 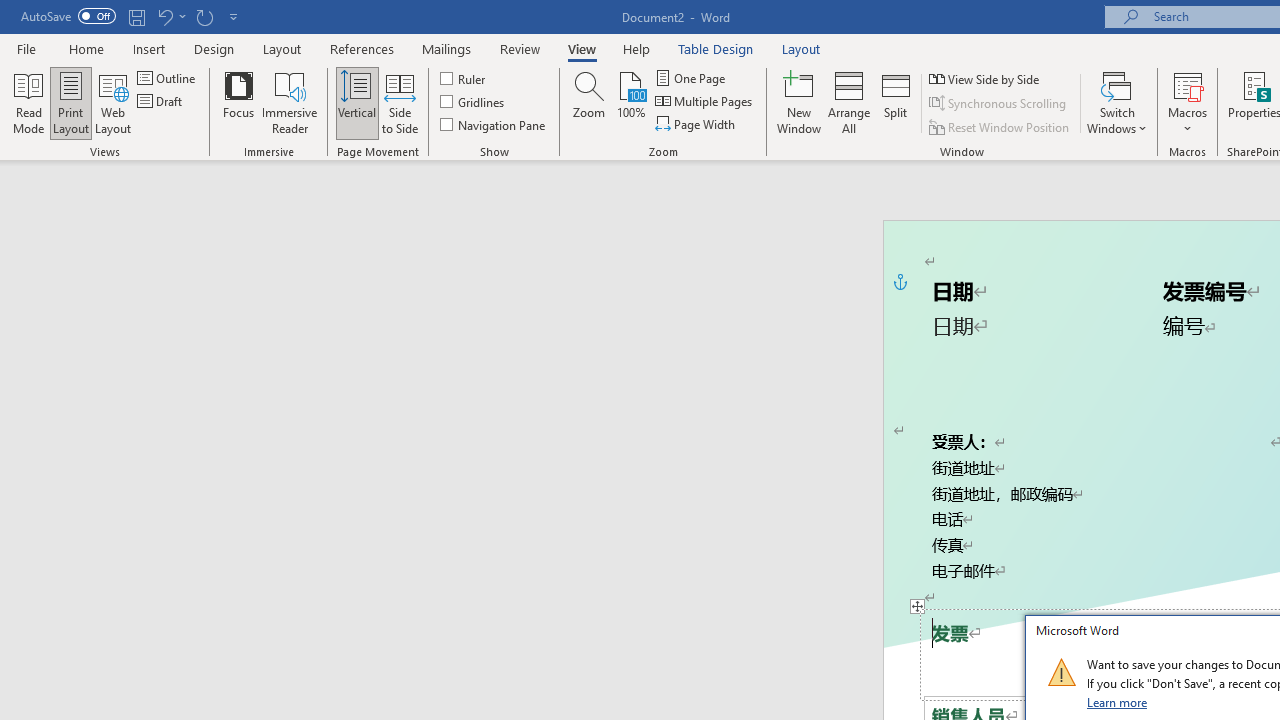 I want to click on 'Side to Side', so click(x=400, y=103).